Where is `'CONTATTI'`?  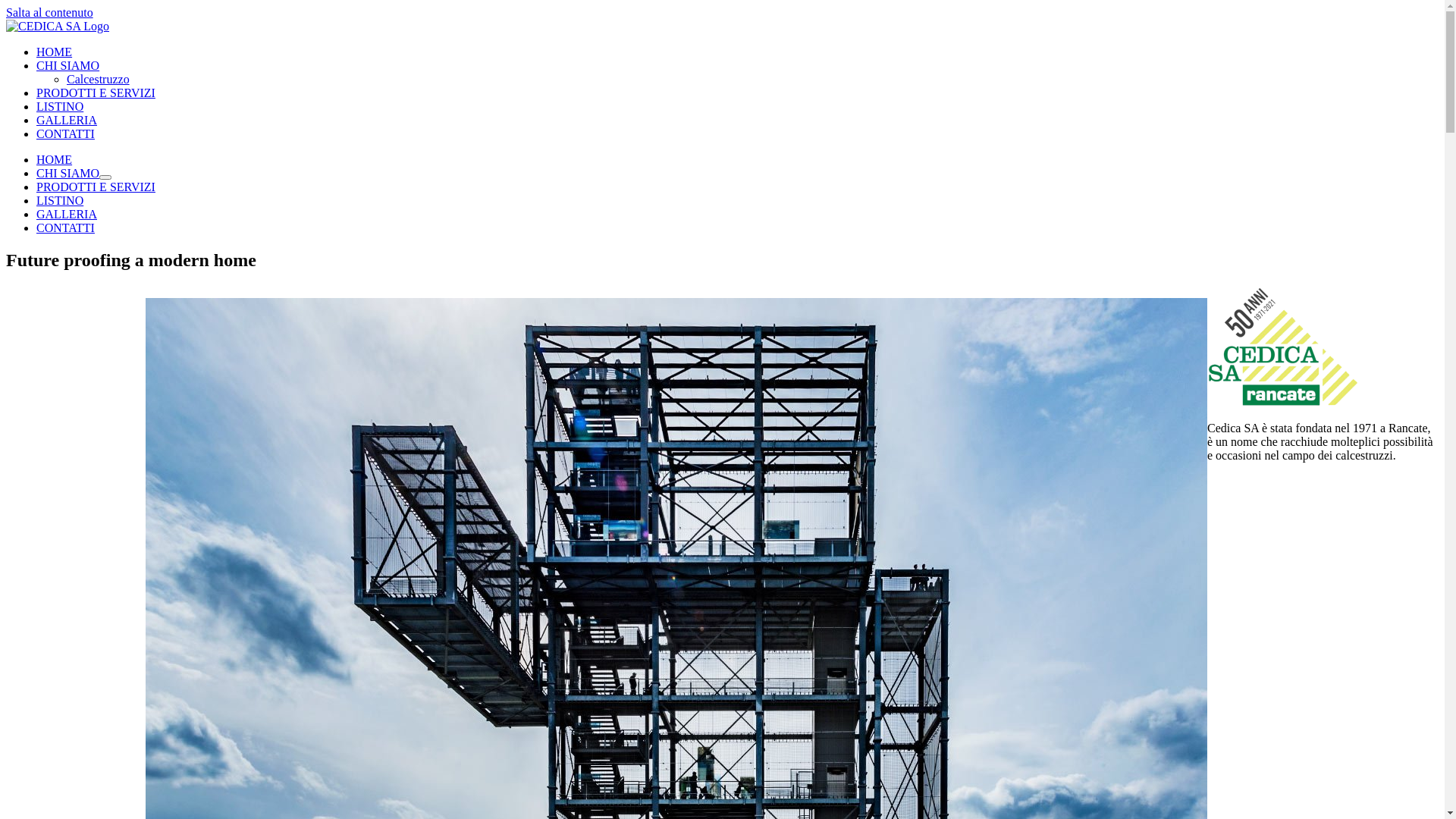
'CONTATTI' is located at coordinates (64, 227).